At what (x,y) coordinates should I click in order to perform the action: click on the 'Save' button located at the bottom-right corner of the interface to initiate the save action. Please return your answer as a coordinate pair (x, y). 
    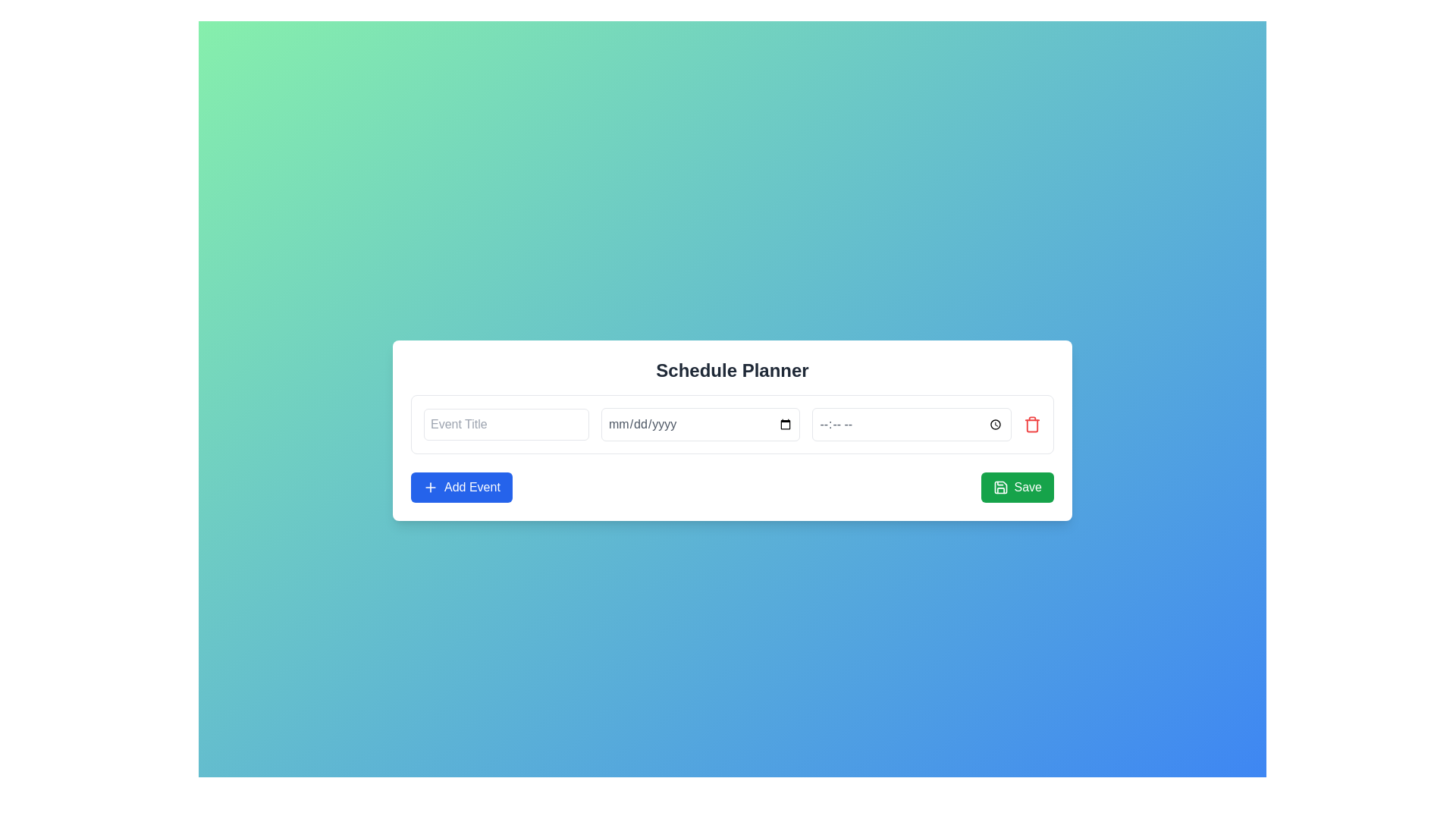
    Looking at the image, I should click on (1017, 488).